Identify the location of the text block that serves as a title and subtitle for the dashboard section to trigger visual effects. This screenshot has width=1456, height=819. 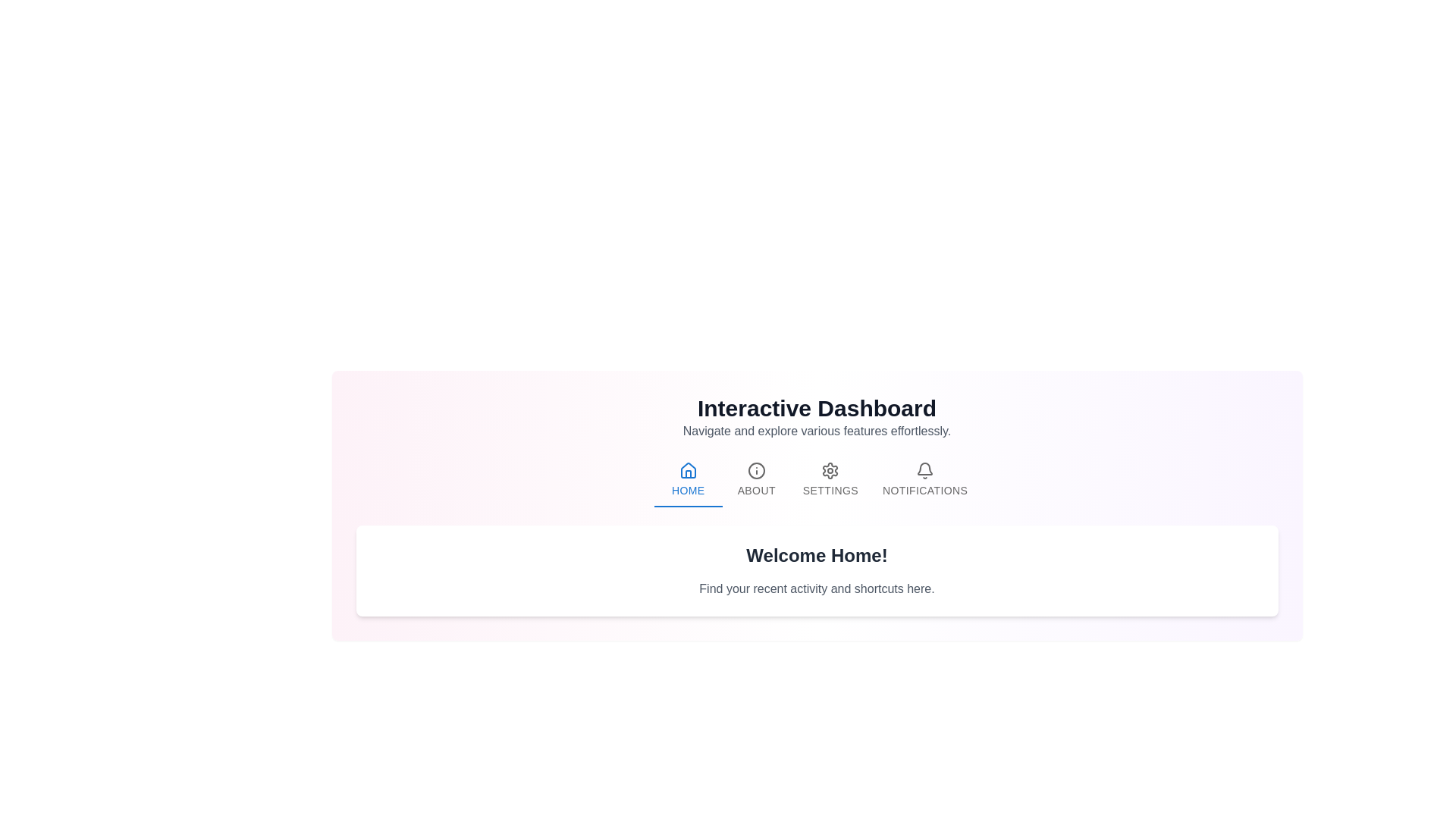
(816, 418).